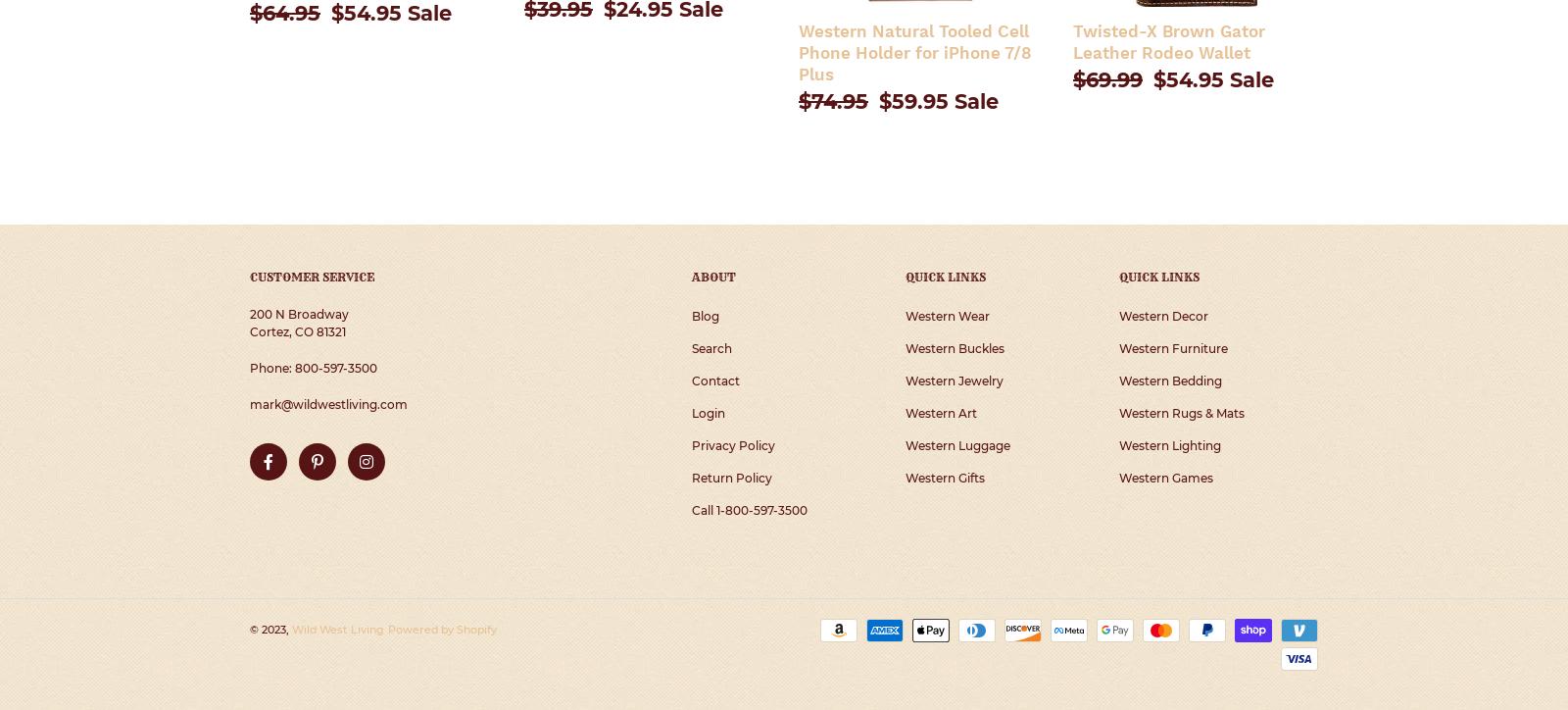  What do you see at coordinates (1170, 380) in the screenshot?
I see `'Western Bedding'` at bounding box center [1170, 380].